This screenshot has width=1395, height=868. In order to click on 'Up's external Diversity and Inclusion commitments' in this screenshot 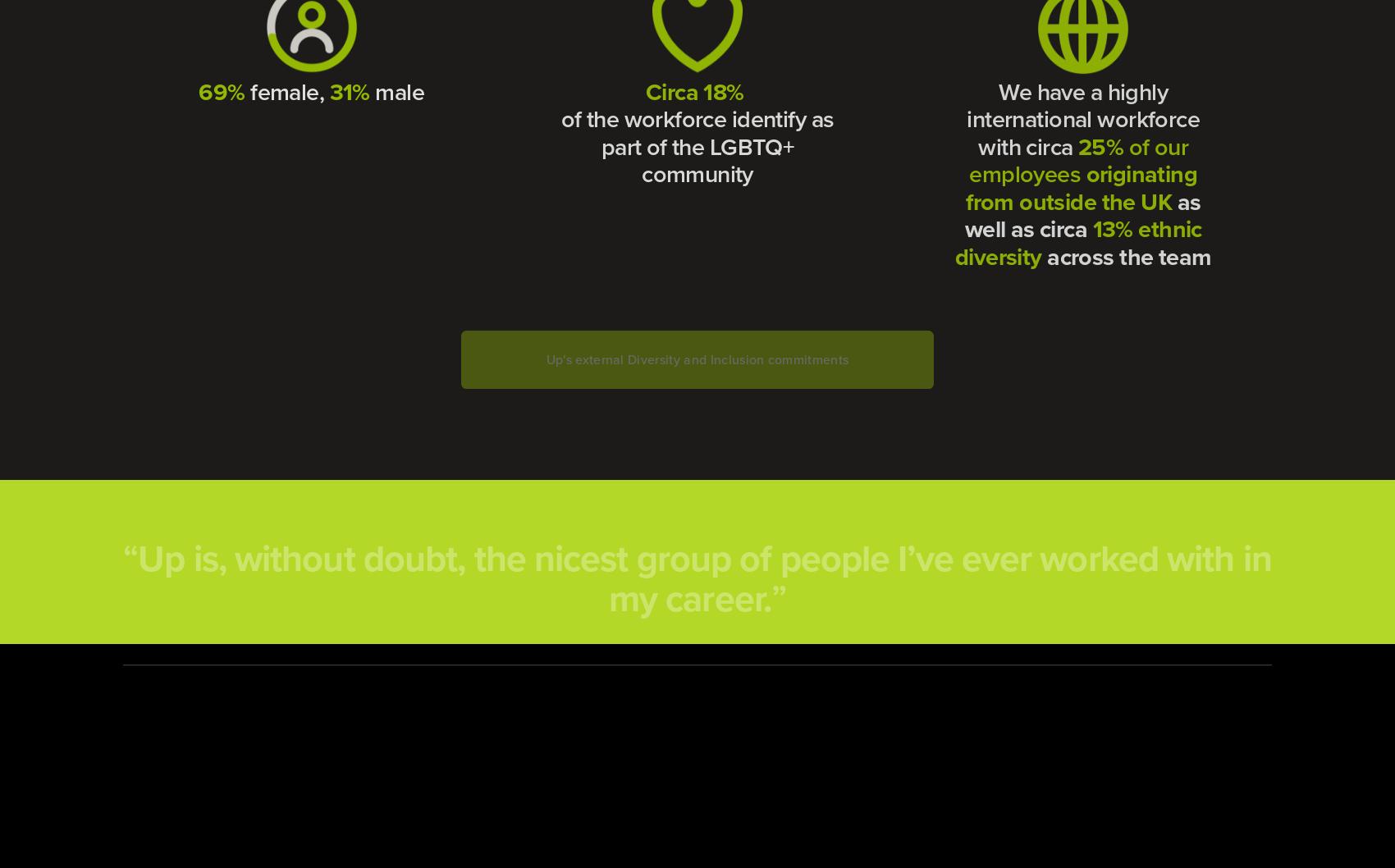, I will do `click(696, 348)`.